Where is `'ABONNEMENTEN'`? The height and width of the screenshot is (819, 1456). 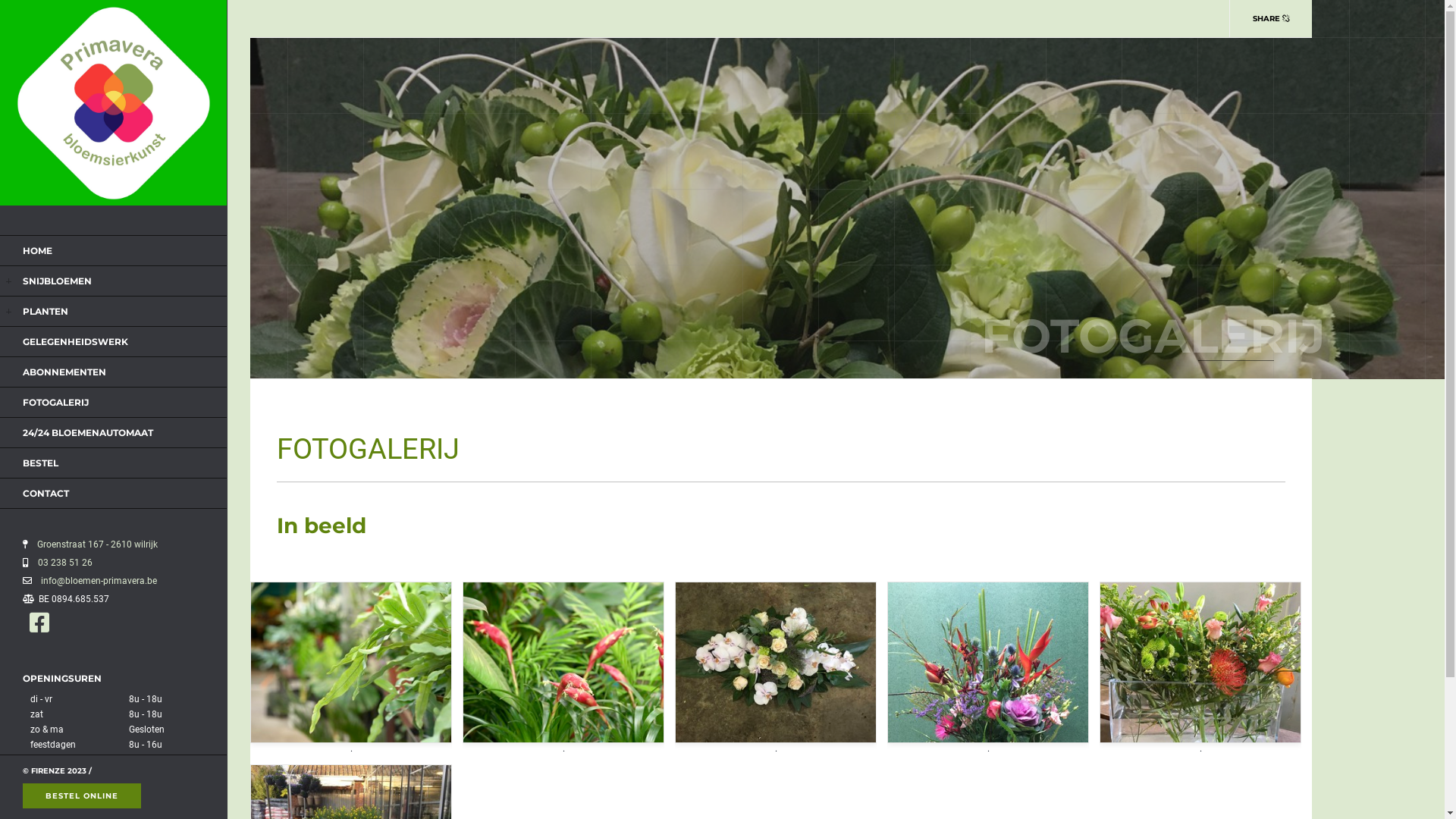 'ABONNEMENTEN' is located at coordinates (22, 372).